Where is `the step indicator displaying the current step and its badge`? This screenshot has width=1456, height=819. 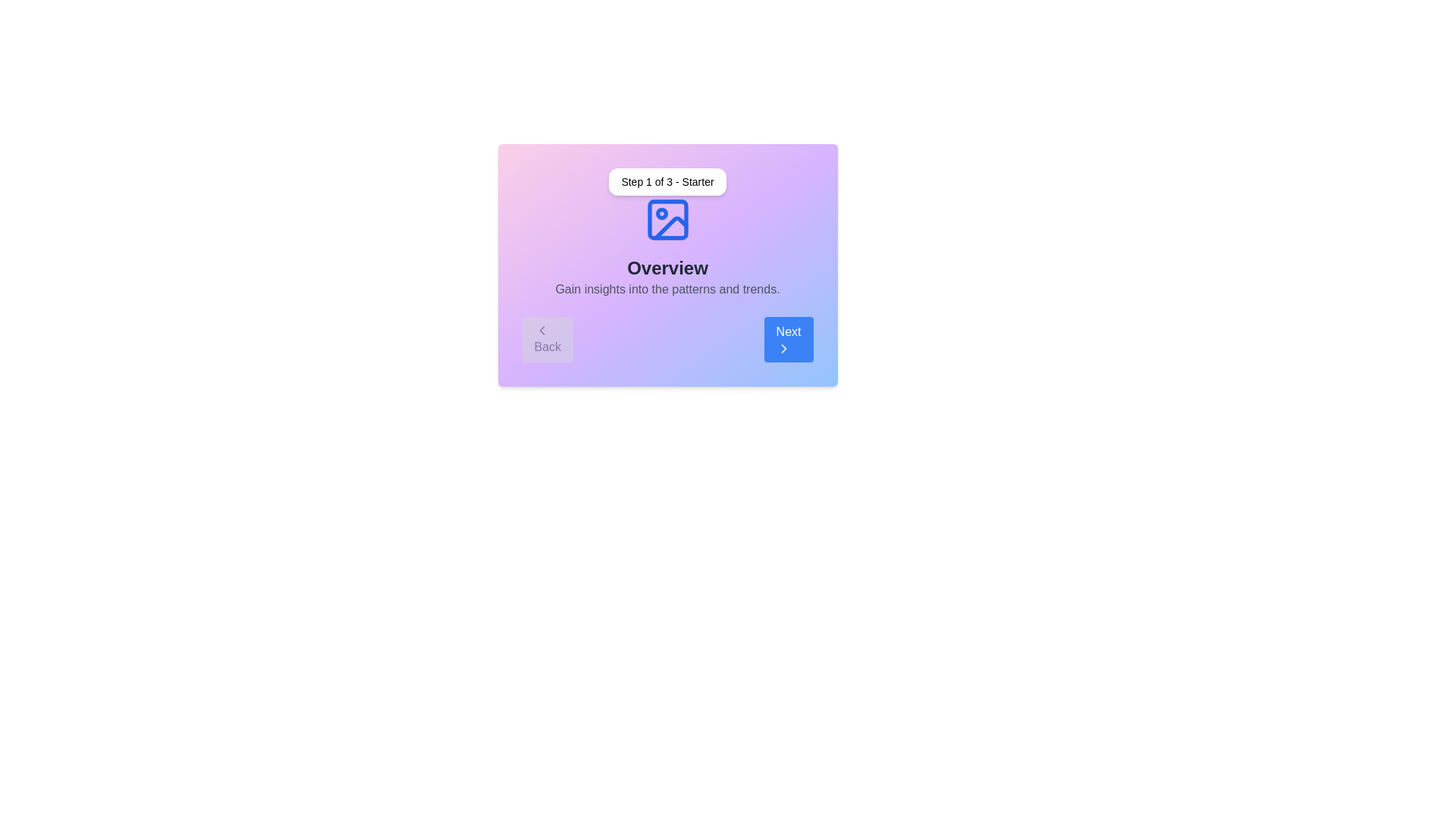
the step indicator displaying the current step and its badge is located at coordinates (667, 180).